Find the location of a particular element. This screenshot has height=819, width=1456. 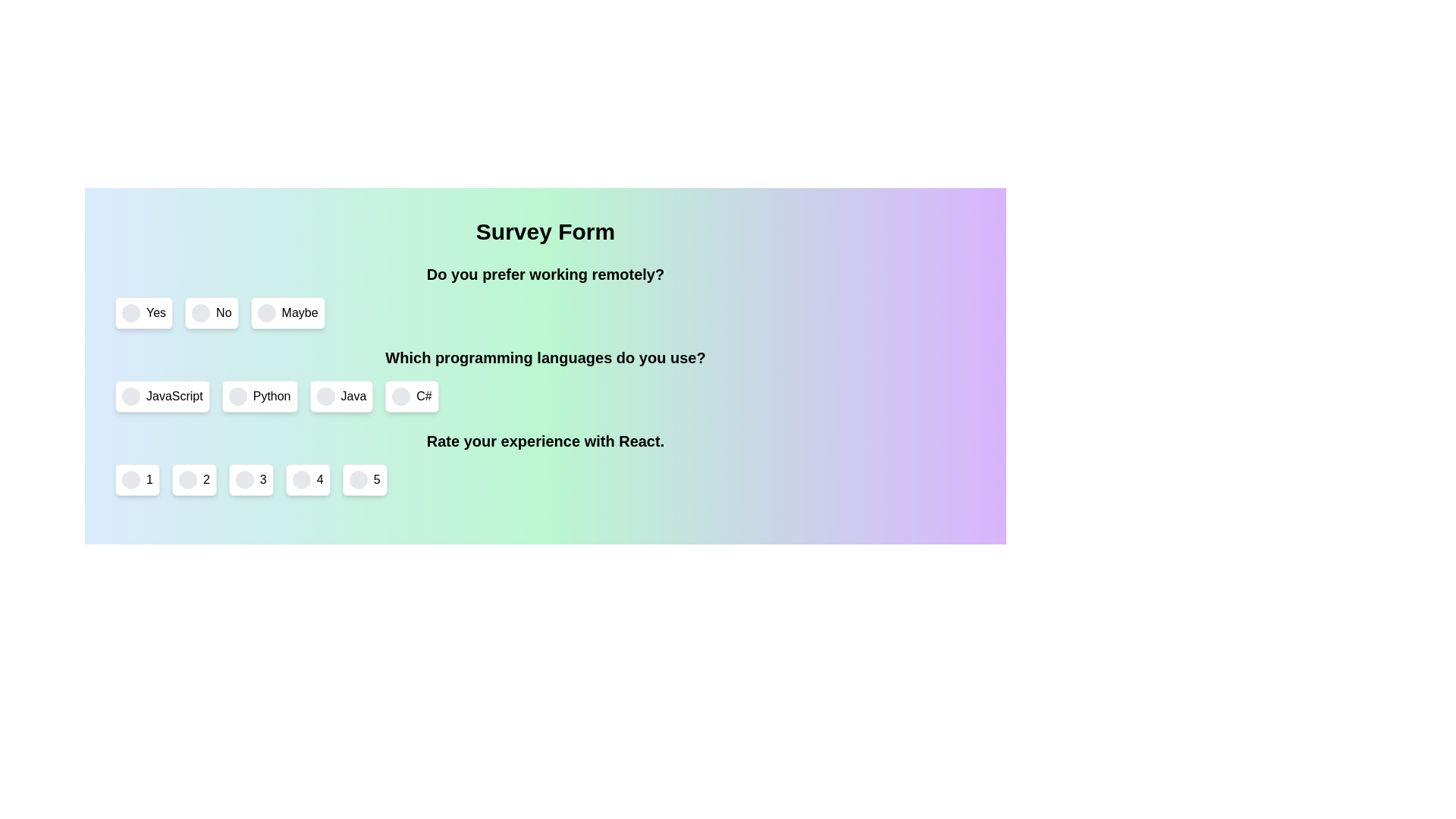

the radio button labeled '1' is located at coordinates (130, 479).